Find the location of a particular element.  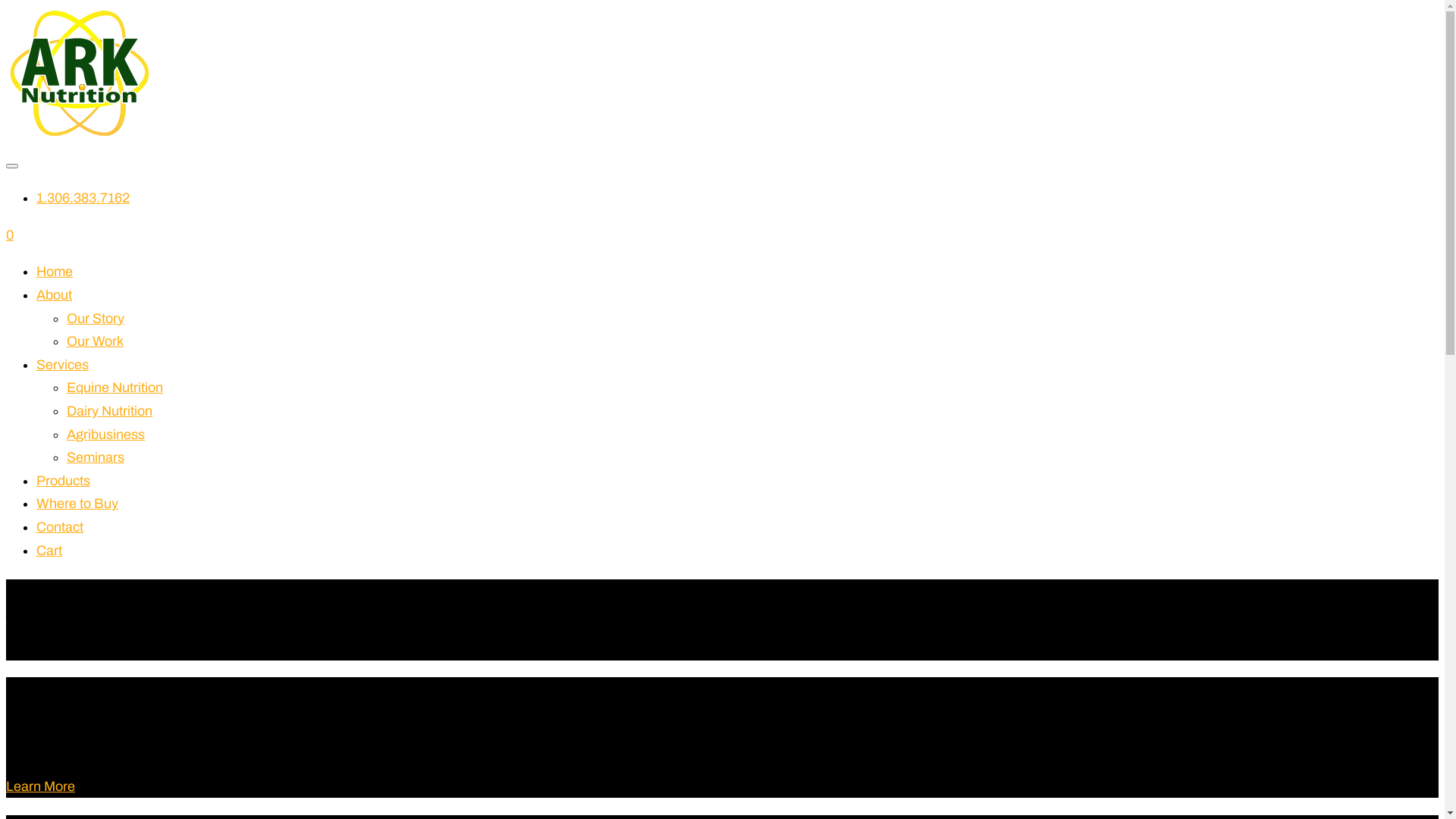

'Services' is located at coordinates (36, 365).